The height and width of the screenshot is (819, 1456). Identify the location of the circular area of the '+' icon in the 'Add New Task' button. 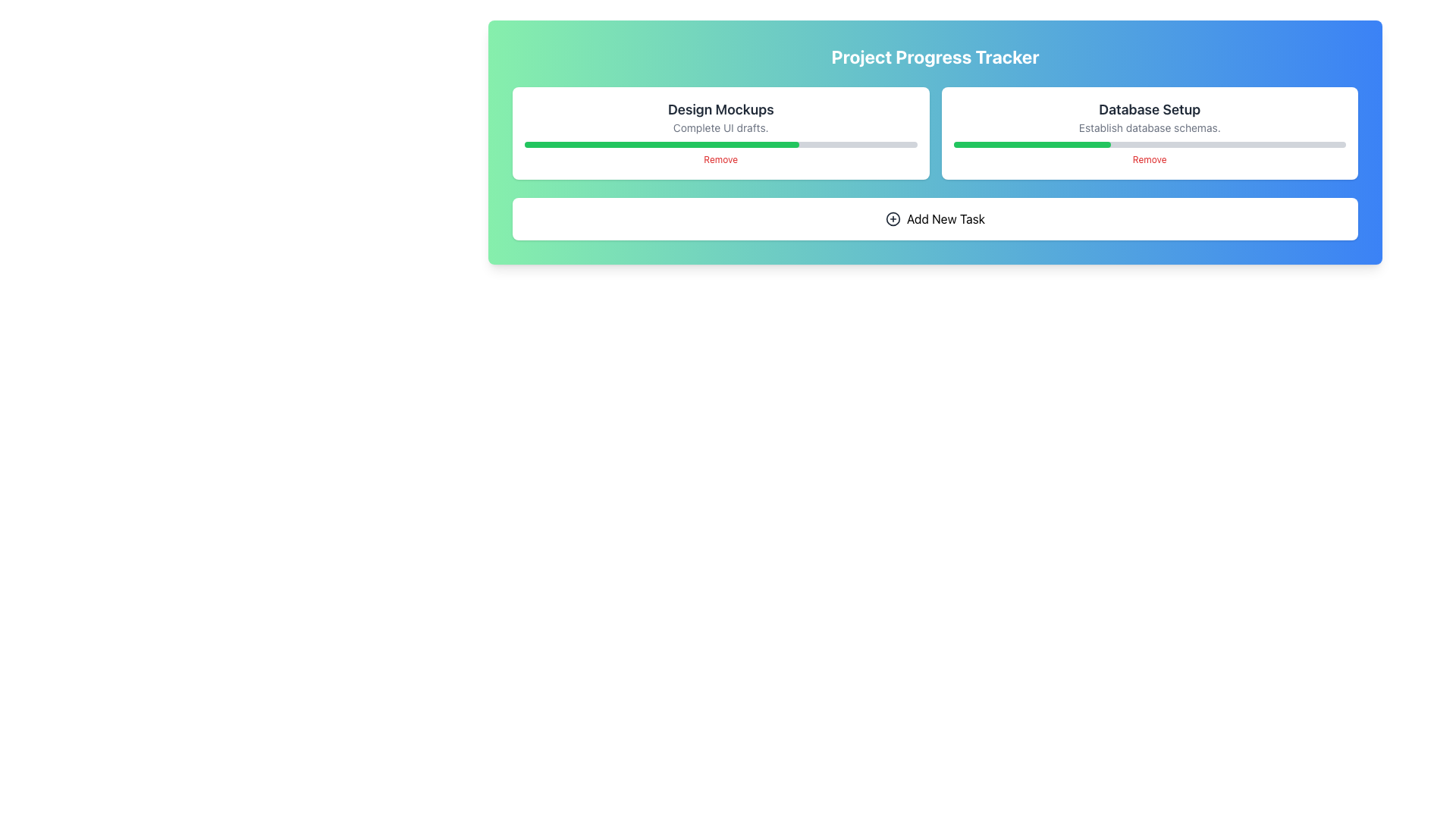
(893, 219).